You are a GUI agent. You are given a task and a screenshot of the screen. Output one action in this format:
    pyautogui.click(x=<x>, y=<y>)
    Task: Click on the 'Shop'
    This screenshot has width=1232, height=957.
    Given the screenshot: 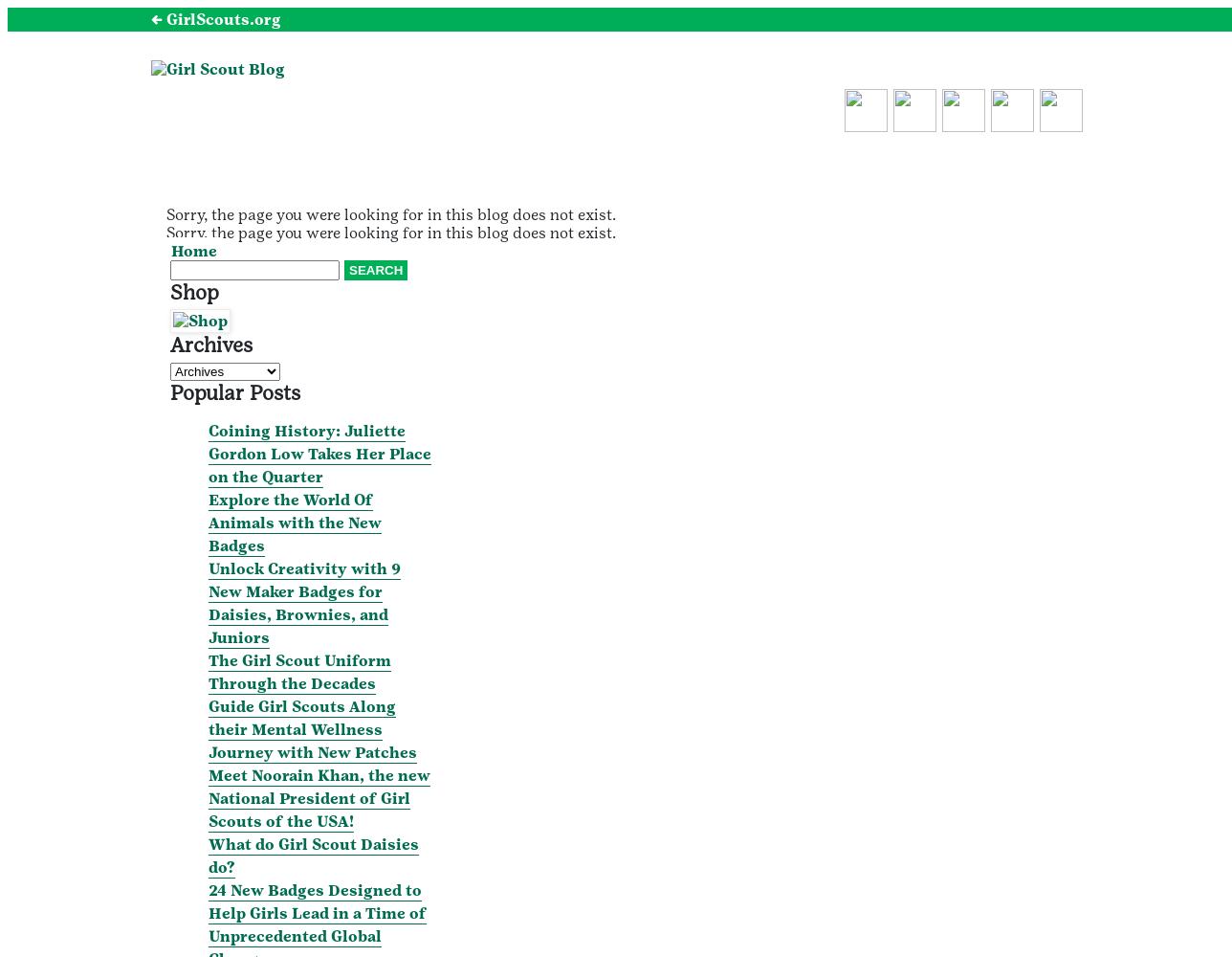 What is the action you would take?
    pyautogui.click(x=194, y=291)
    